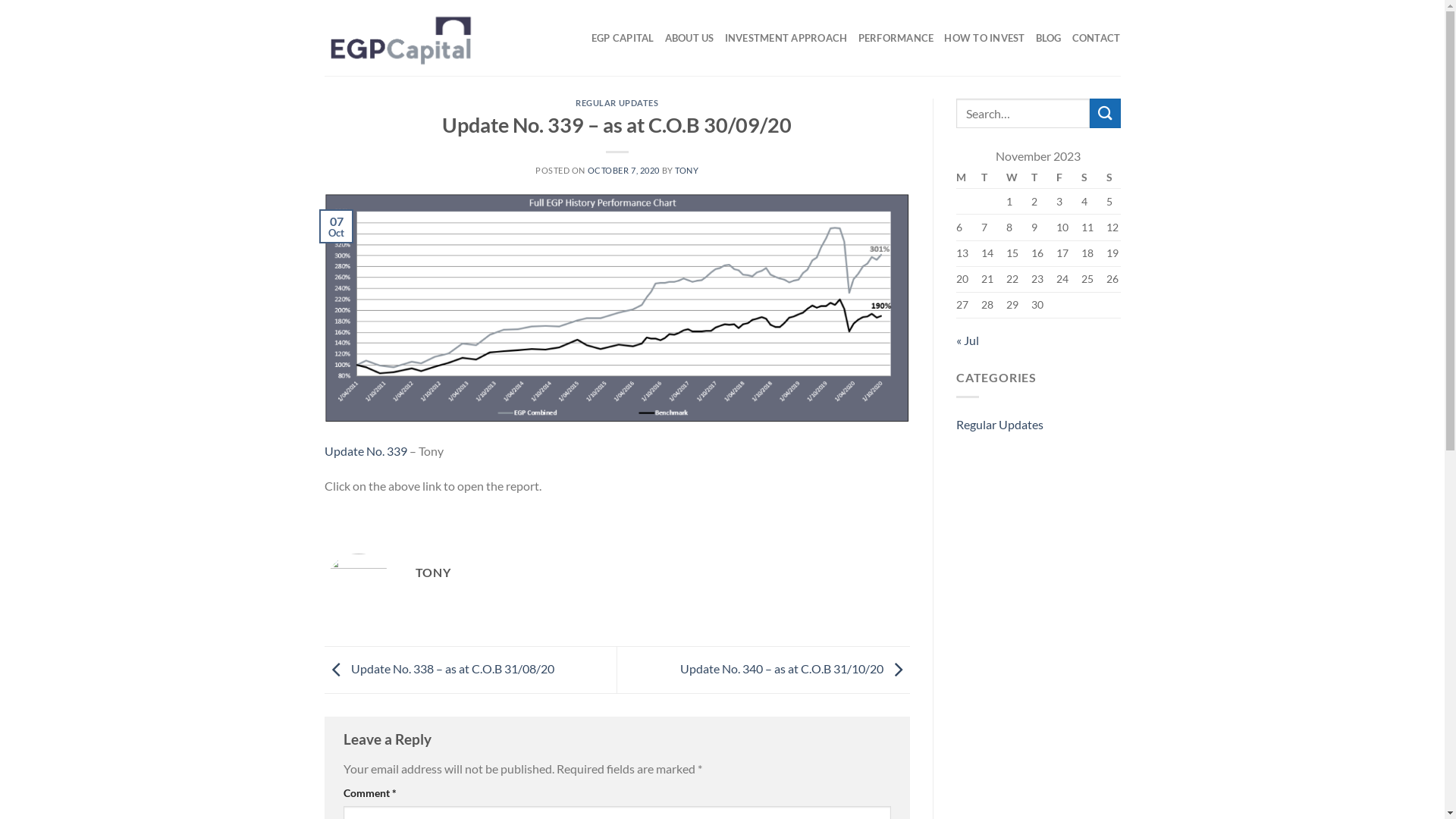 This screenshot has width=1456, height=819. Describe the element at coordinates (617, 102) in the screenshot. I see `'REGULAR UPDATES'` at that location.